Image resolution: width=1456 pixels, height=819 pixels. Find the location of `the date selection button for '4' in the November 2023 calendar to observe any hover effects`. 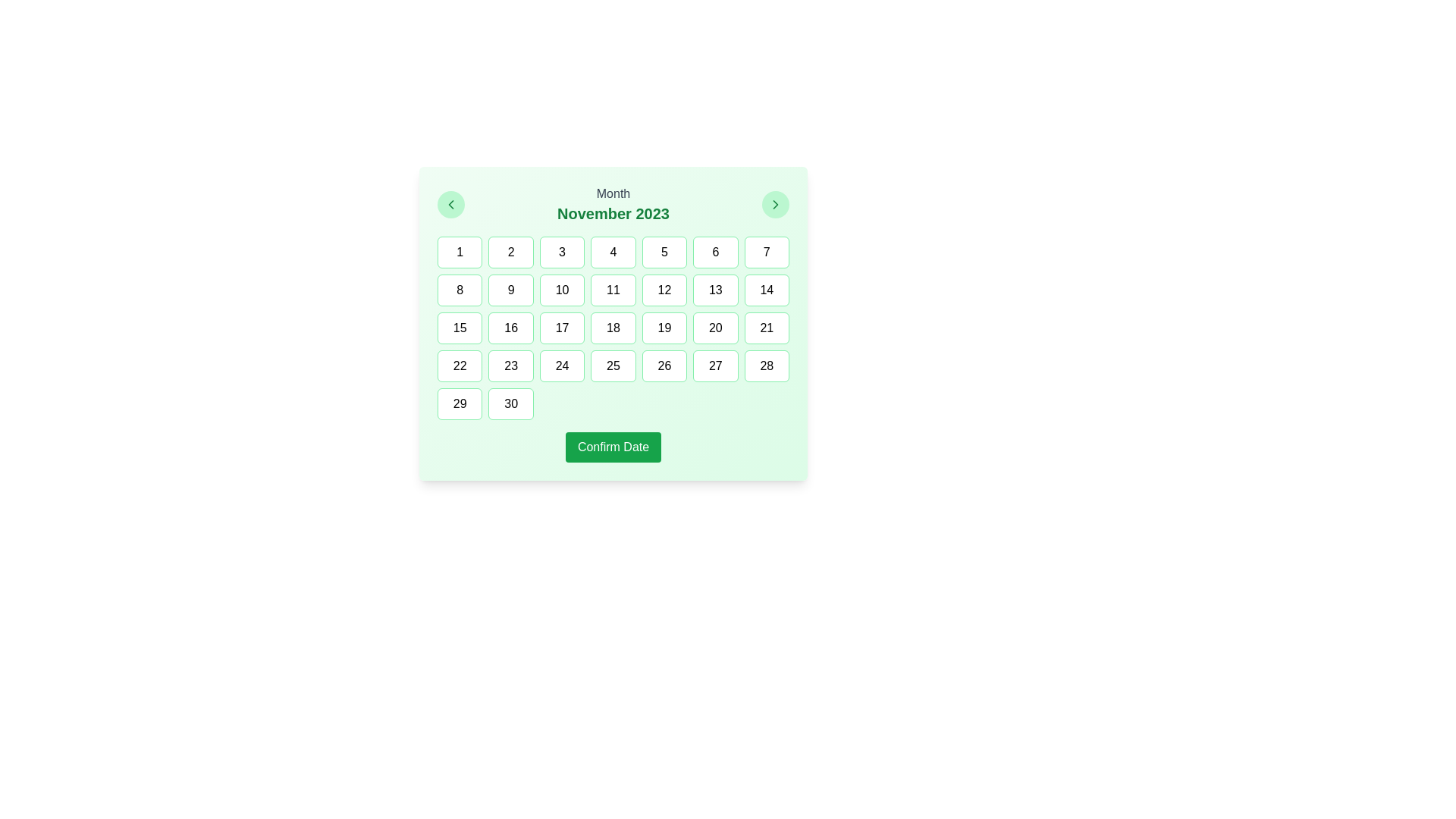

the date selection button for '4' in the November 2023 calendar to observe any hover effects is located at coordinates (613, 251).